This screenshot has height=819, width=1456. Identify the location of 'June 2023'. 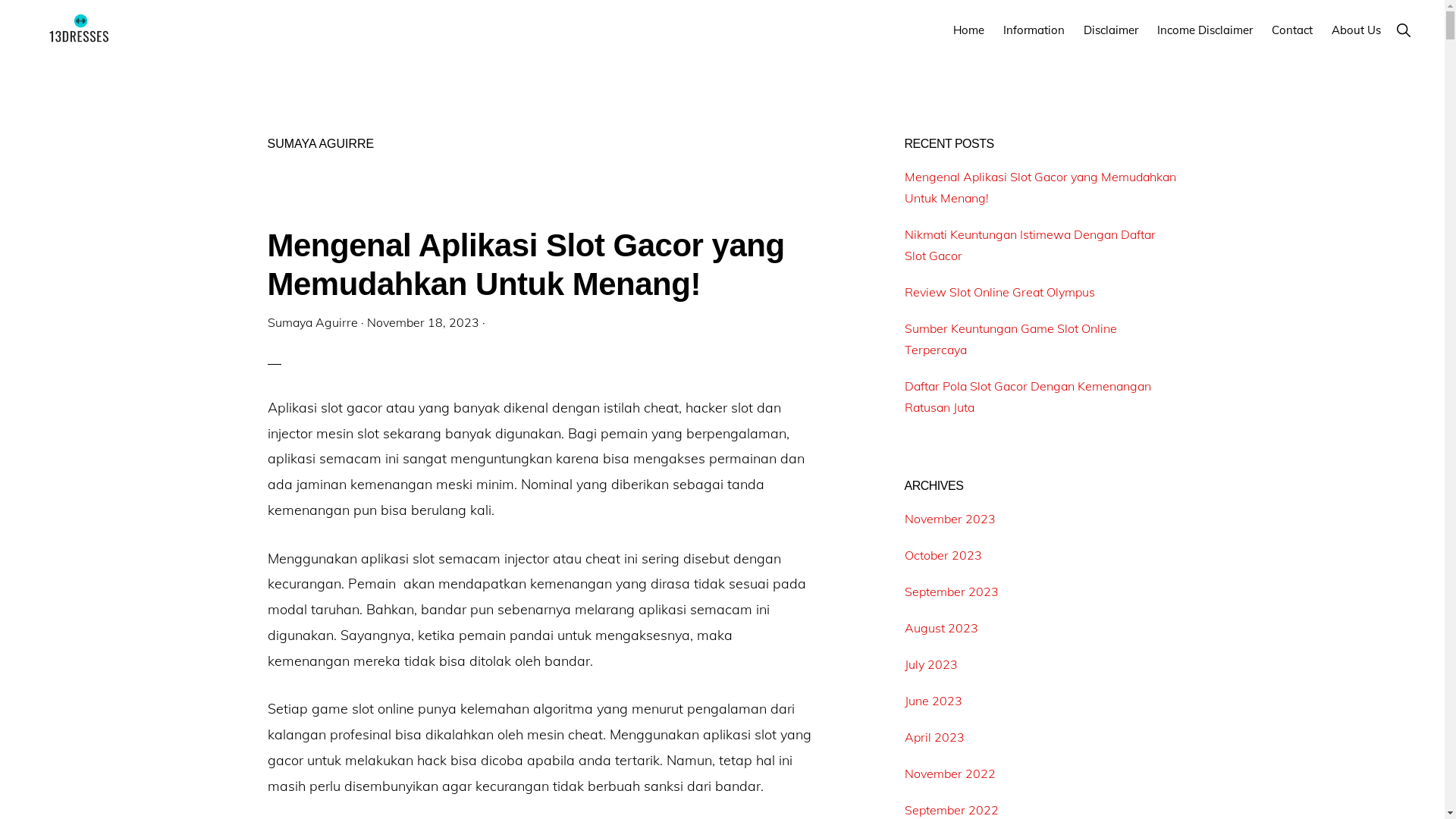
(931, 701).